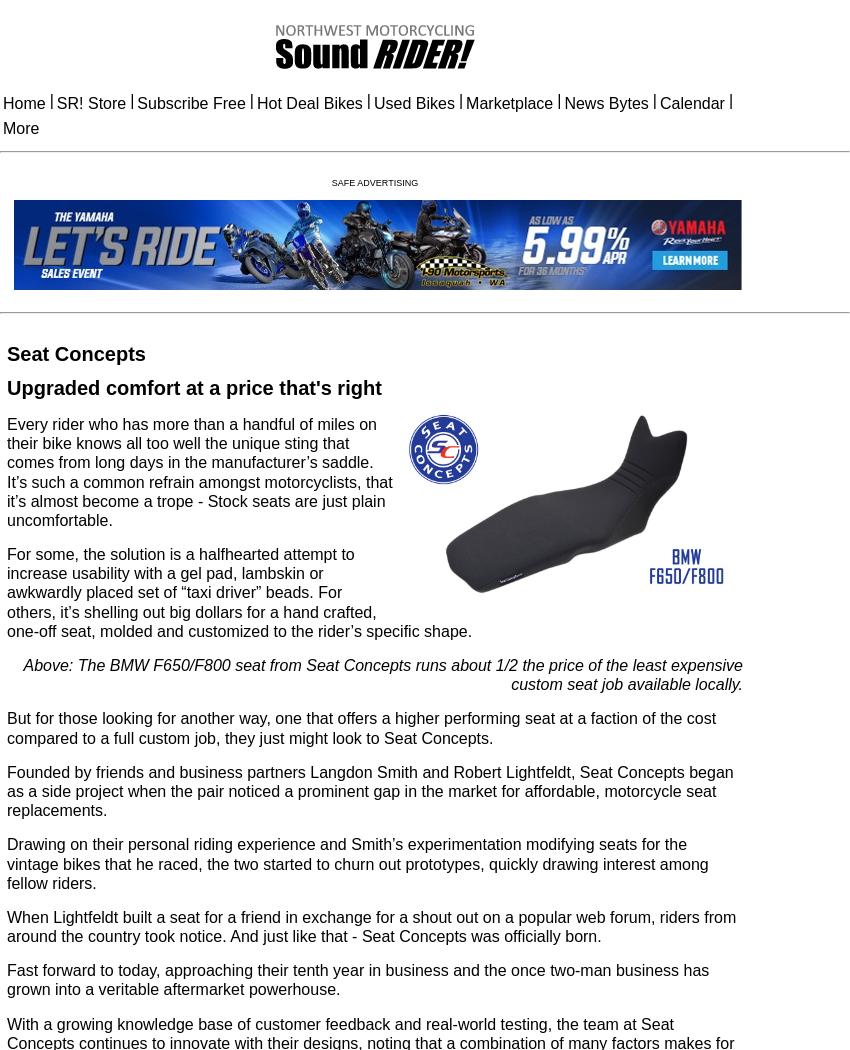 The width and height of the screenshot is (850, 1050). I want to click on 'Above: The BMW F650/F800 seat from Seat Concepts runs about 1/2 the price of the least expensive custom seat job available locally.', so click(22, 675).